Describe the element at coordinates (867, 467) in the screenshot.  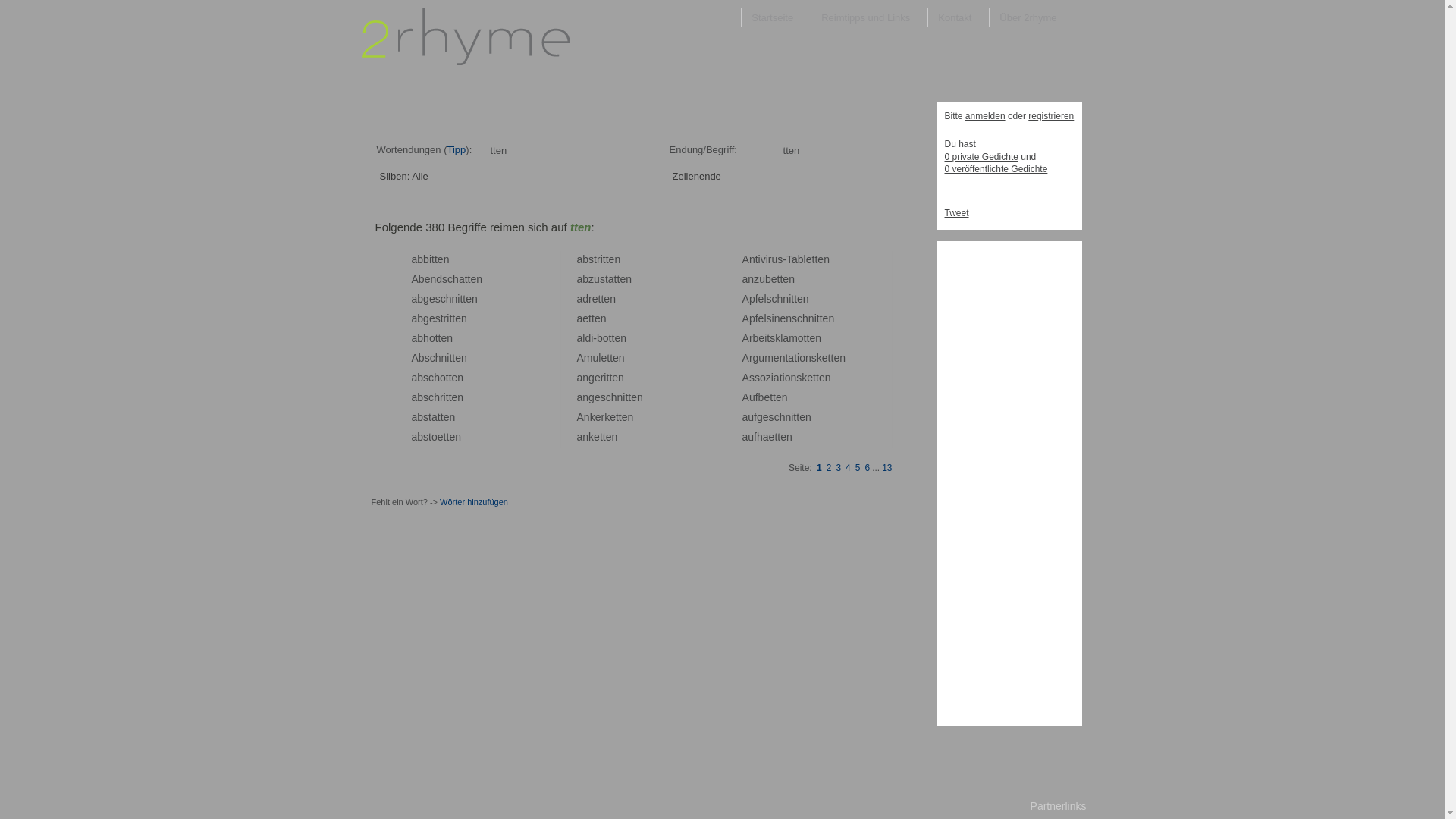
I see `'6'` at that location.